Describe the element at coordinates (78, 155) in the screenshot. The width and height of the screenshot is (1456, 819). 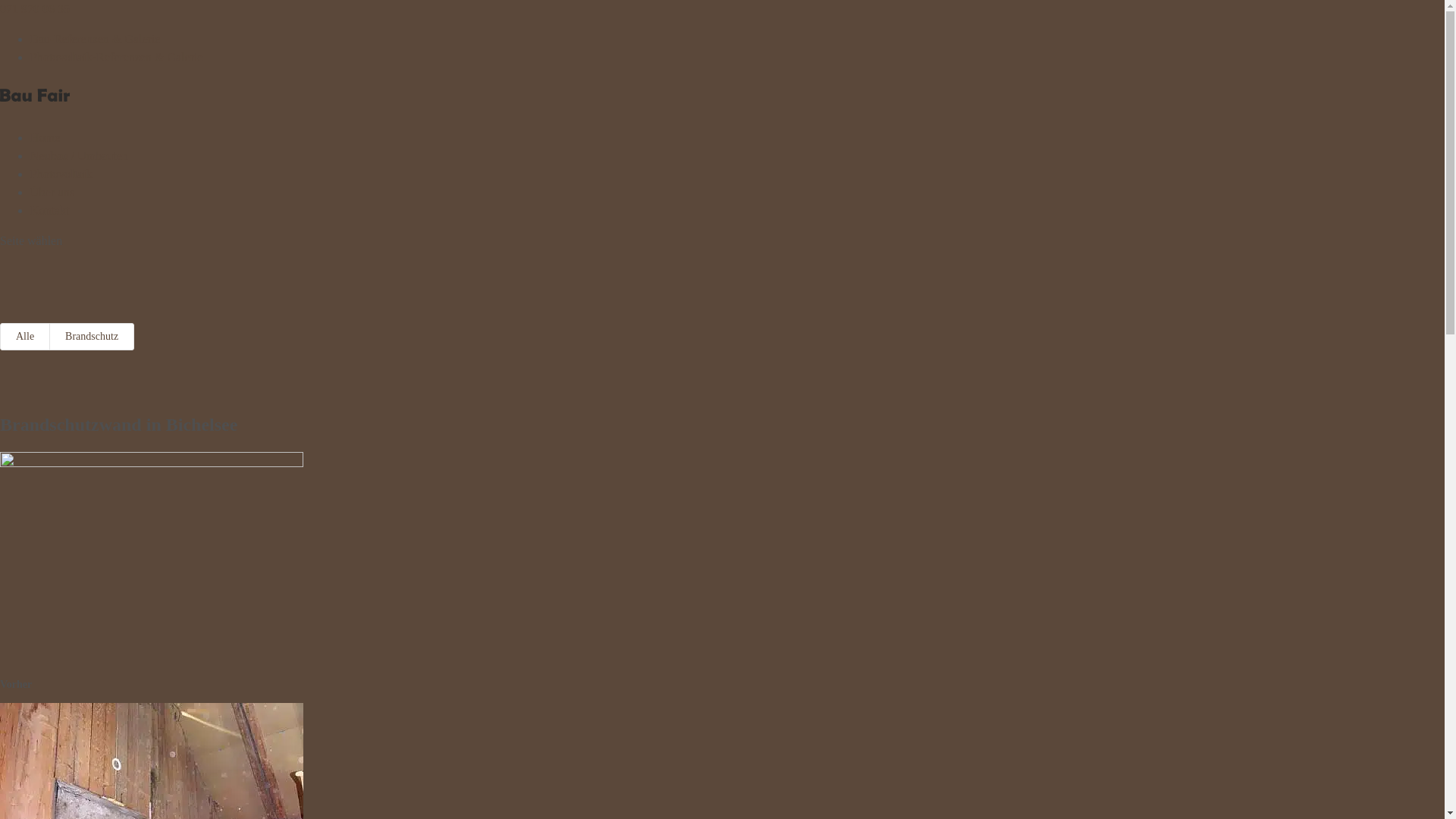
I see `'Neubau / Umbauten'` at that location.